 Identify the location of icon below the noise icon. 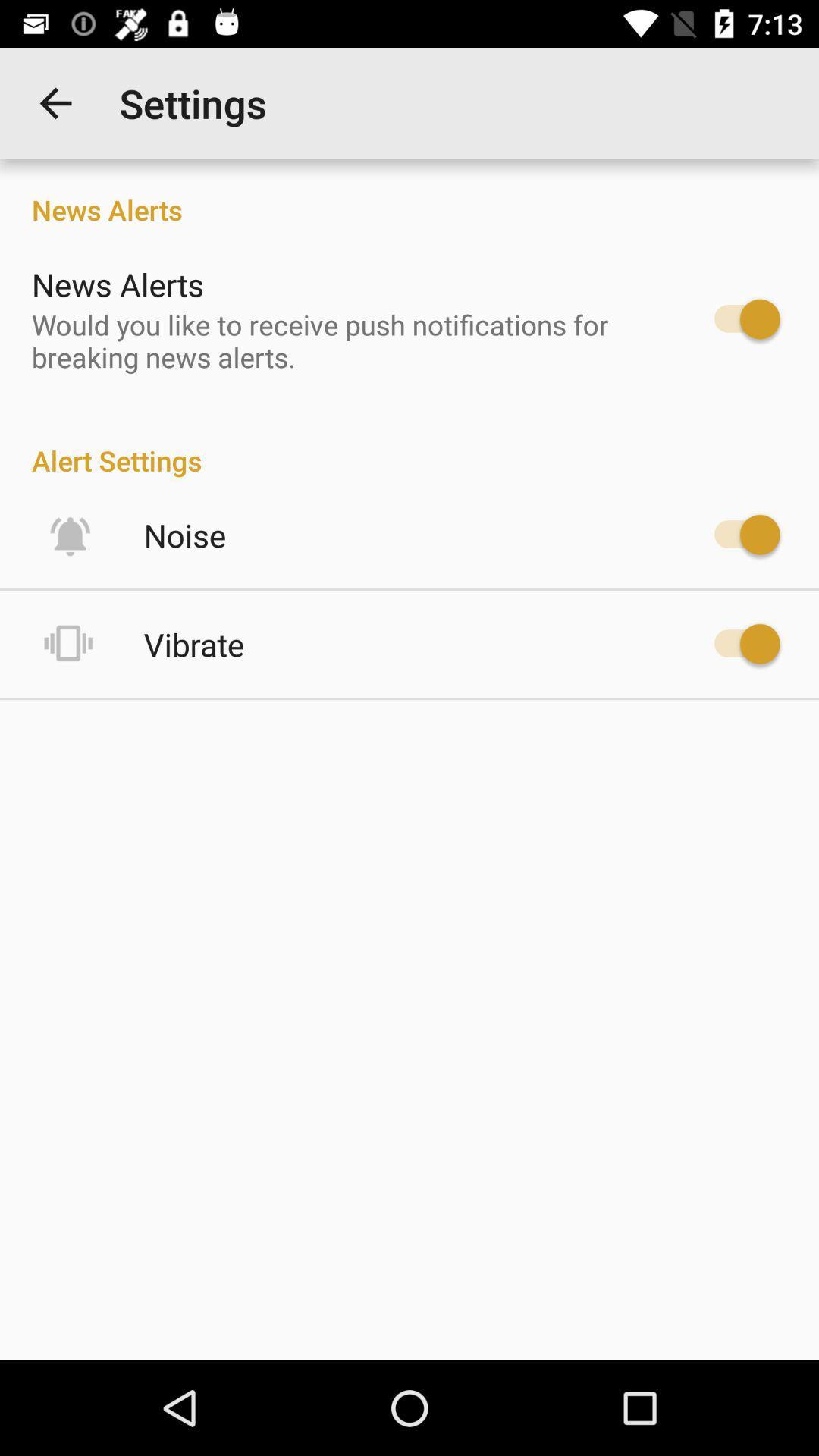
(193, 644).